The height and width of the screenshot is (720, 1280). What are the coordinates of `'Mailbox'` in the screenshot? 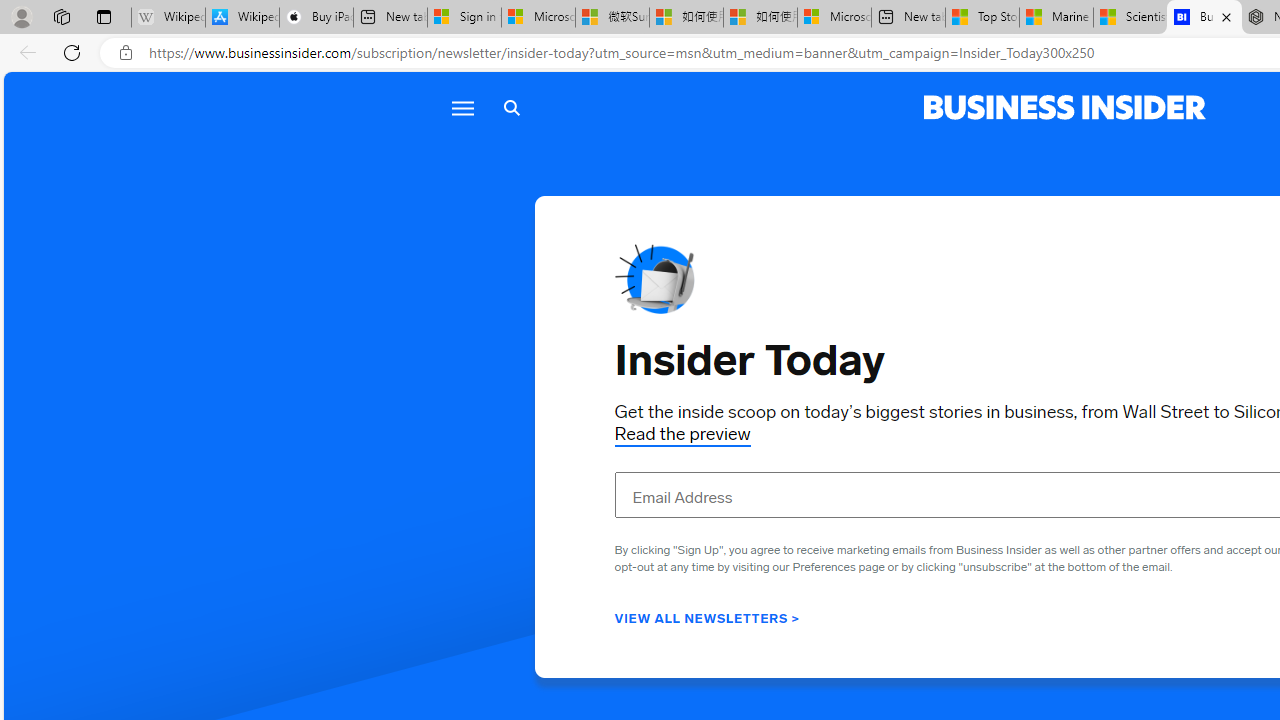 It's located at (654, 279).